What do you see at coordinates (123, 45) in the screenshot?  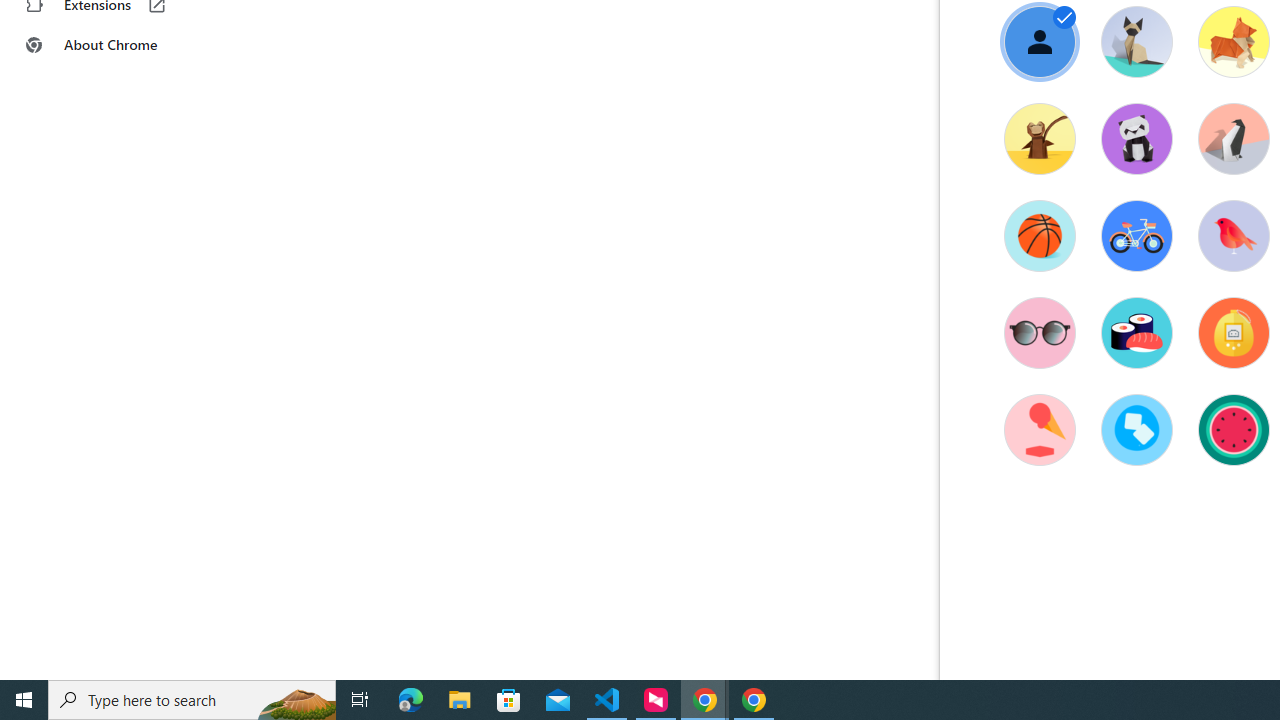 I see `'About Chrome'` at bounding box center [123, 45].